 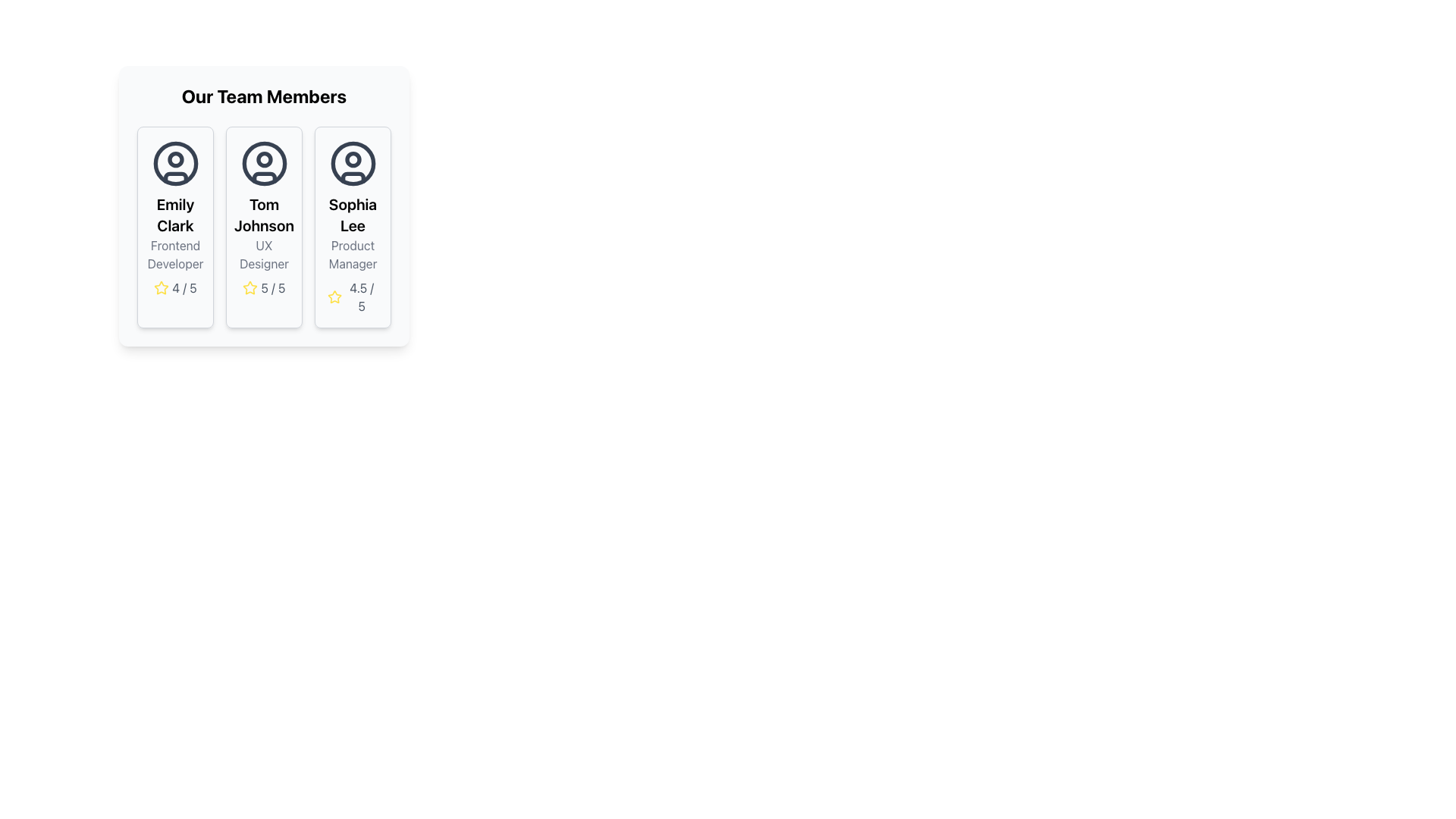 I want to click on the profile card, so click(x=264, y=218).